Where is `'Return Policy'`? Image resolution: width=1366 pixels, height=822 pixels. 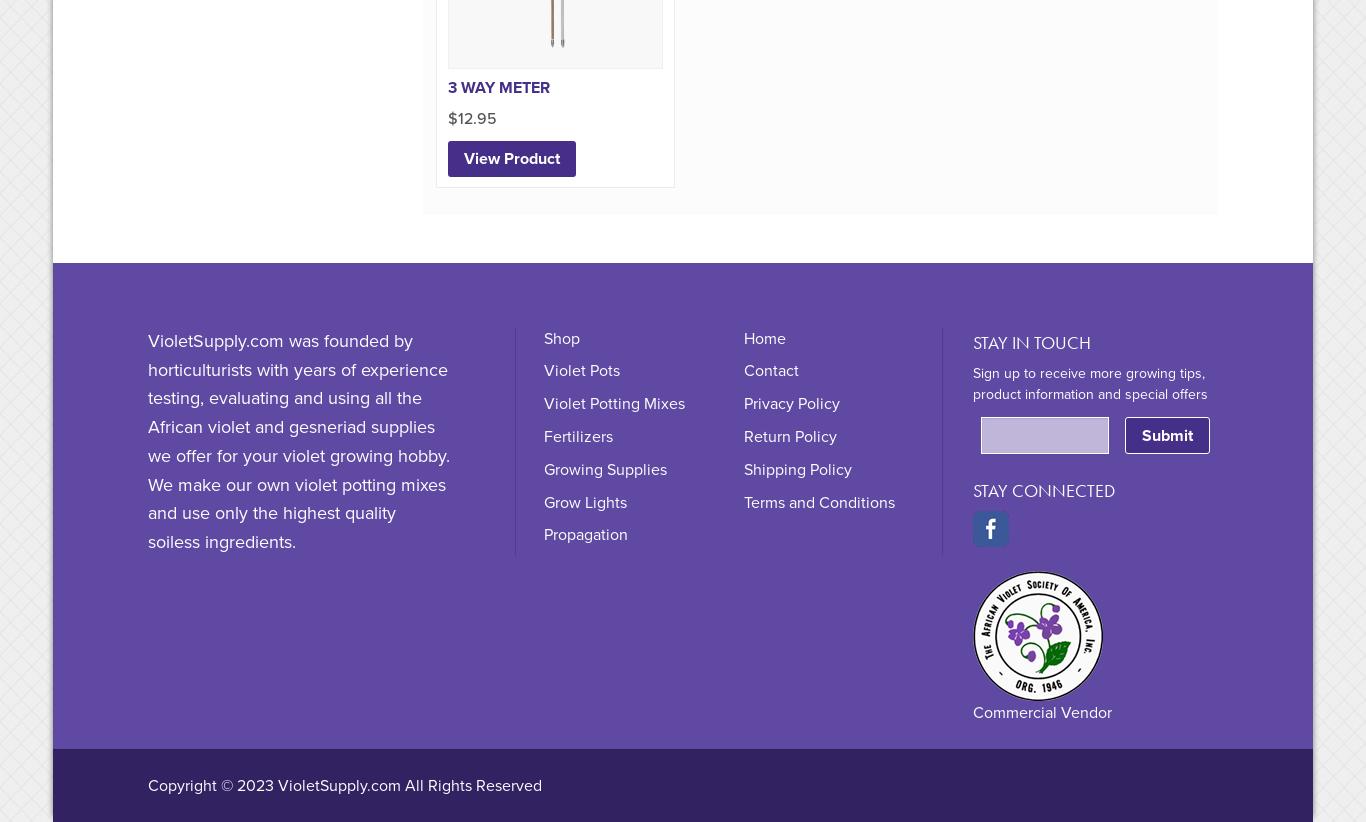 'Return Policy' is located at coordinates (789, 435).